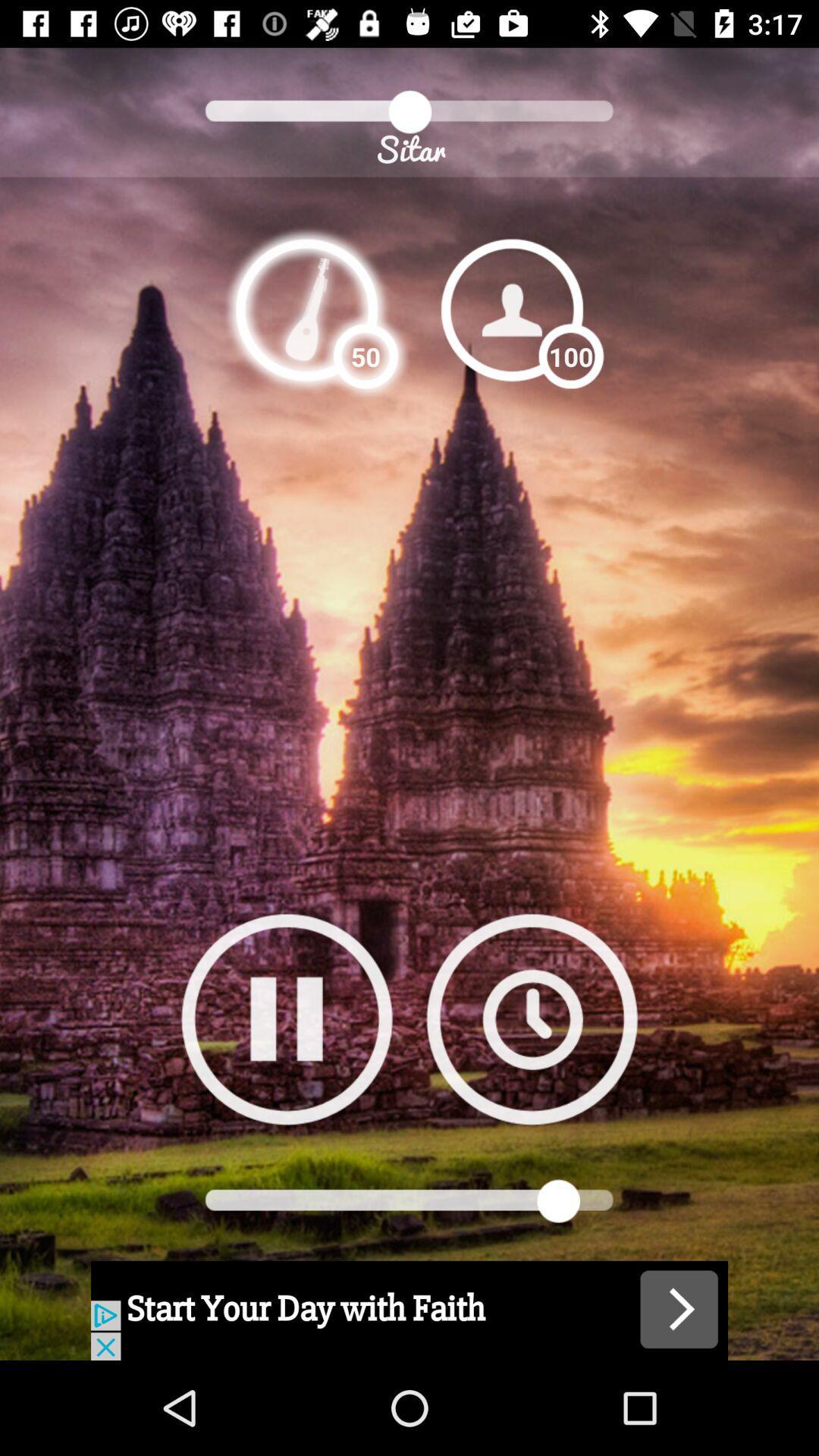  Describe the element at coordinates (287, 1018) in the screenshot. I see `pause option` at that location.